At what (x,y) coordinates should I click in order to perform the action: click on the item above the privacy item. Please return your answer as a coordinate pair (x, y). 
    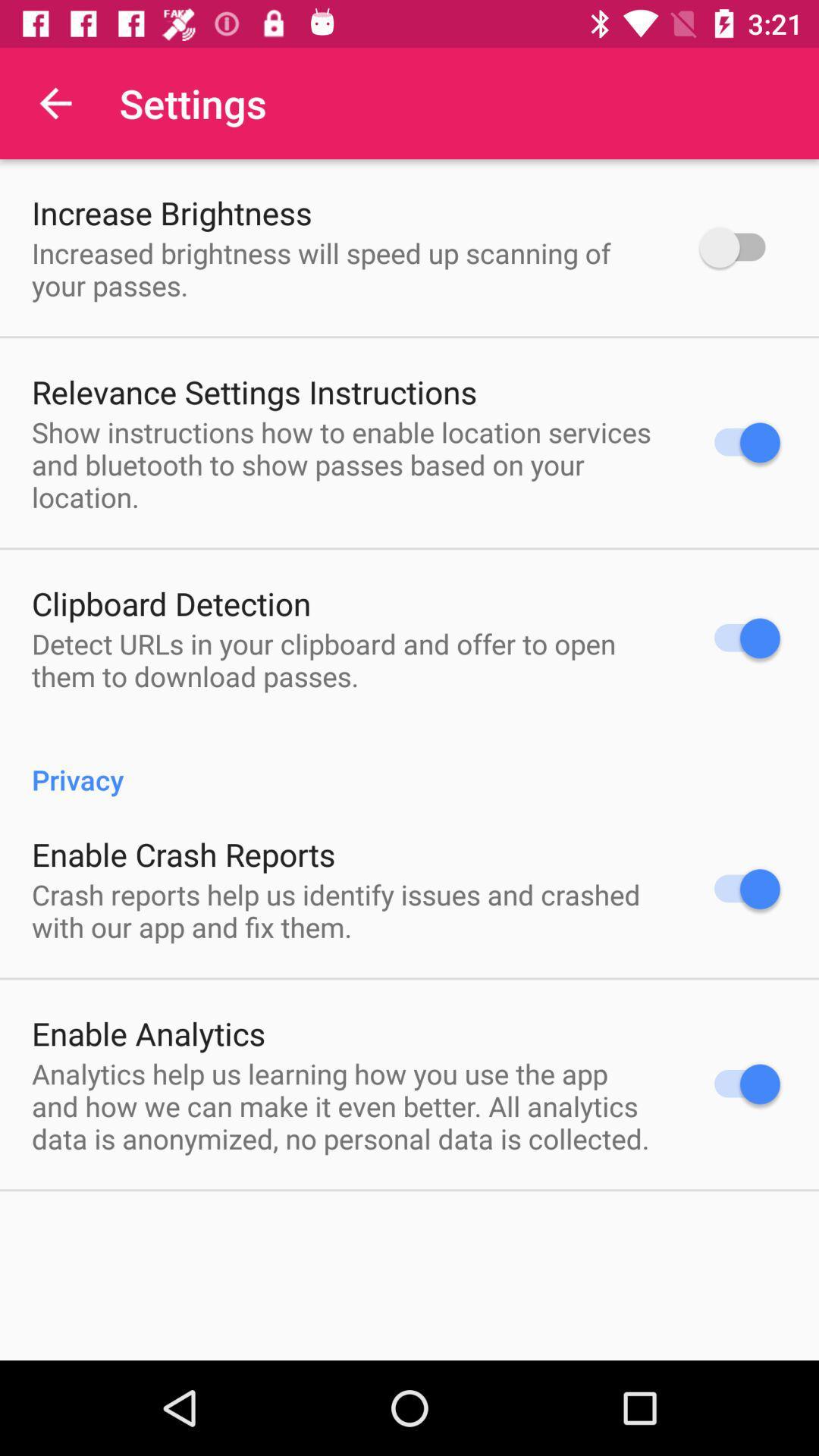
    Looking at the image, I should click on (346, 660).